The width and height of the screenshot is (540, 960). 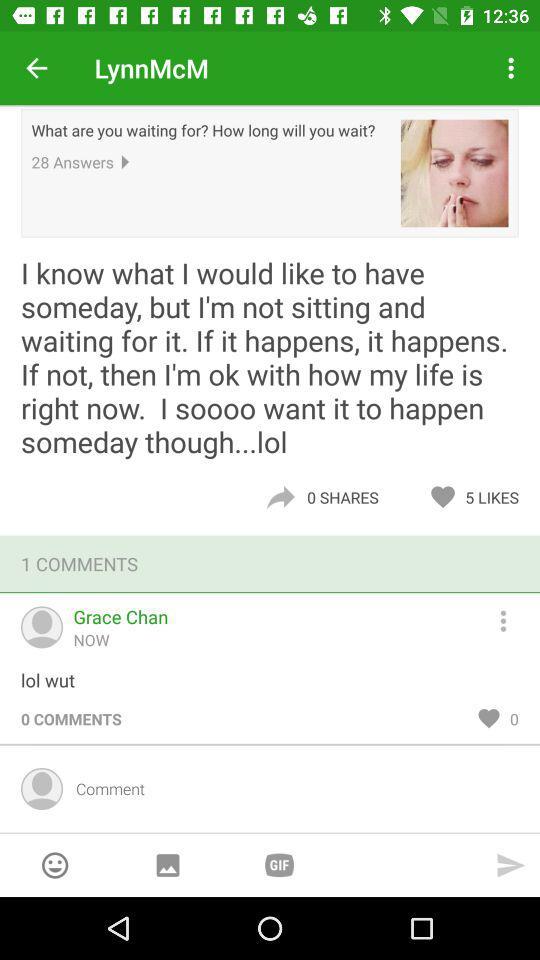 What do you see at coordinates (55, 864) in the screenshot?
I see `posts emoji` at bounding box center [55, 864].